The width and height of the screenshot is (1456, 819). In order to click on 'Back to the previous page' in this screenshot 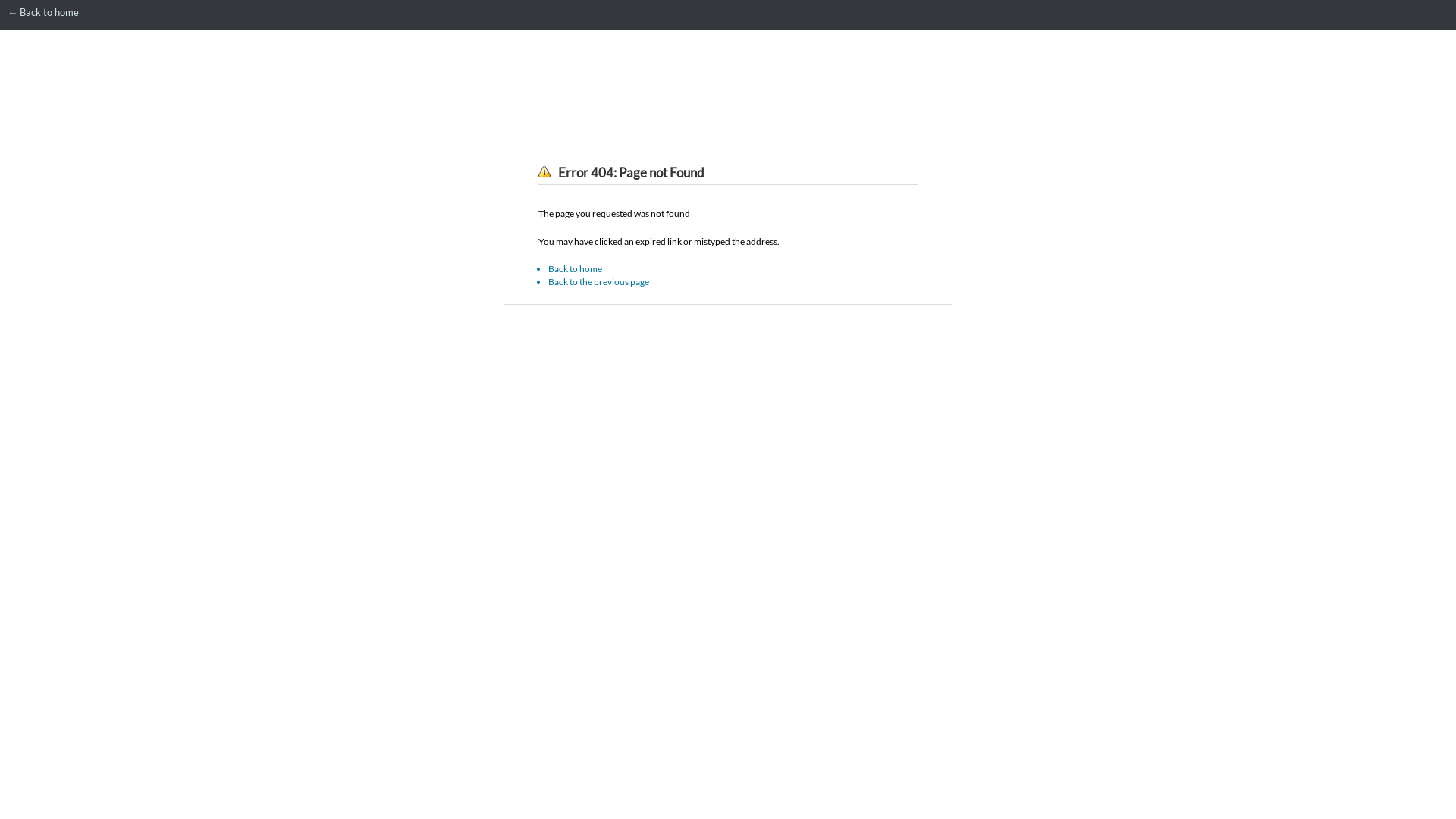, I will do `click(598, 281)`.